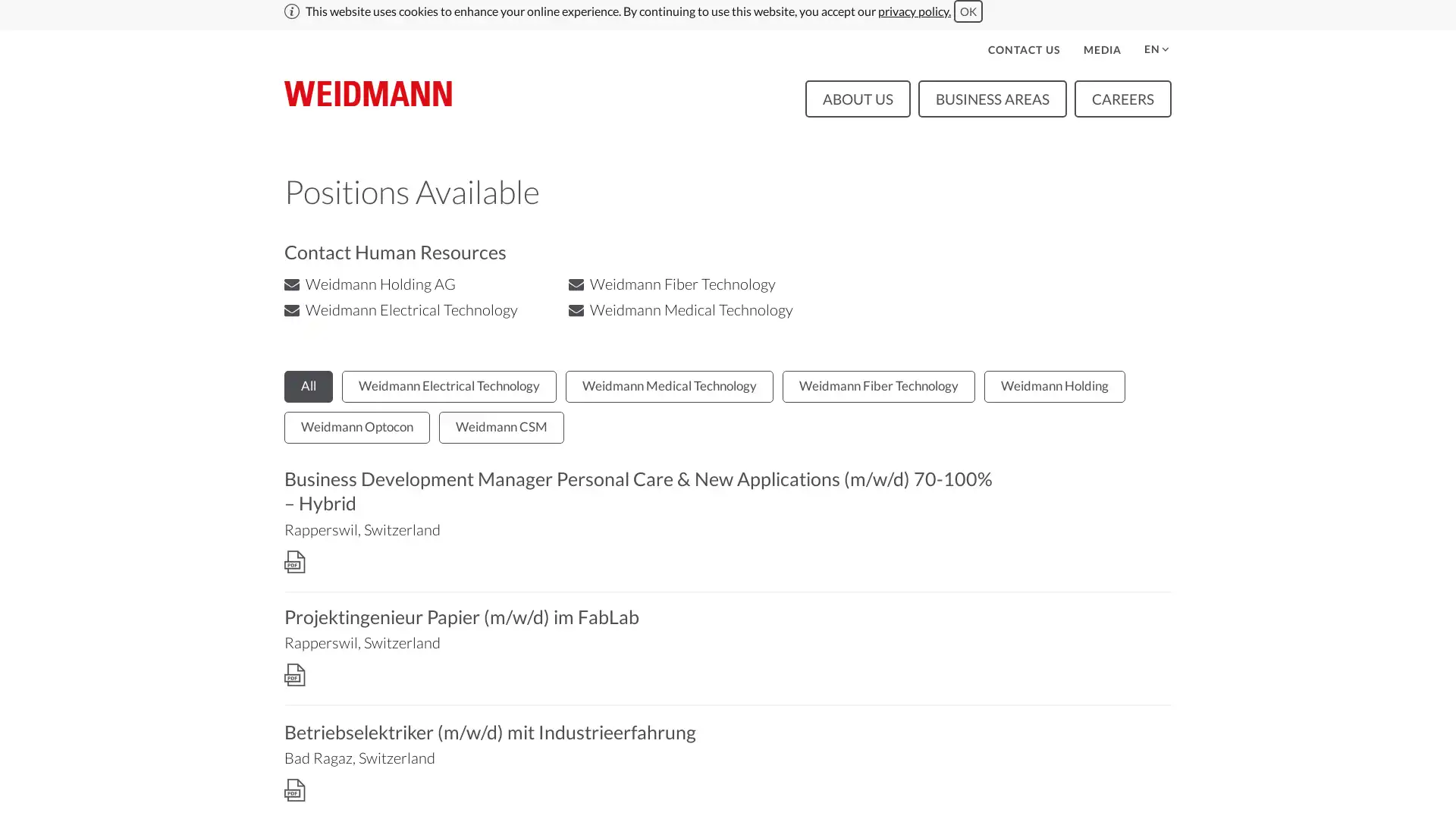  I want to click on Weidmann Fiber Technology, so click(878, 356).